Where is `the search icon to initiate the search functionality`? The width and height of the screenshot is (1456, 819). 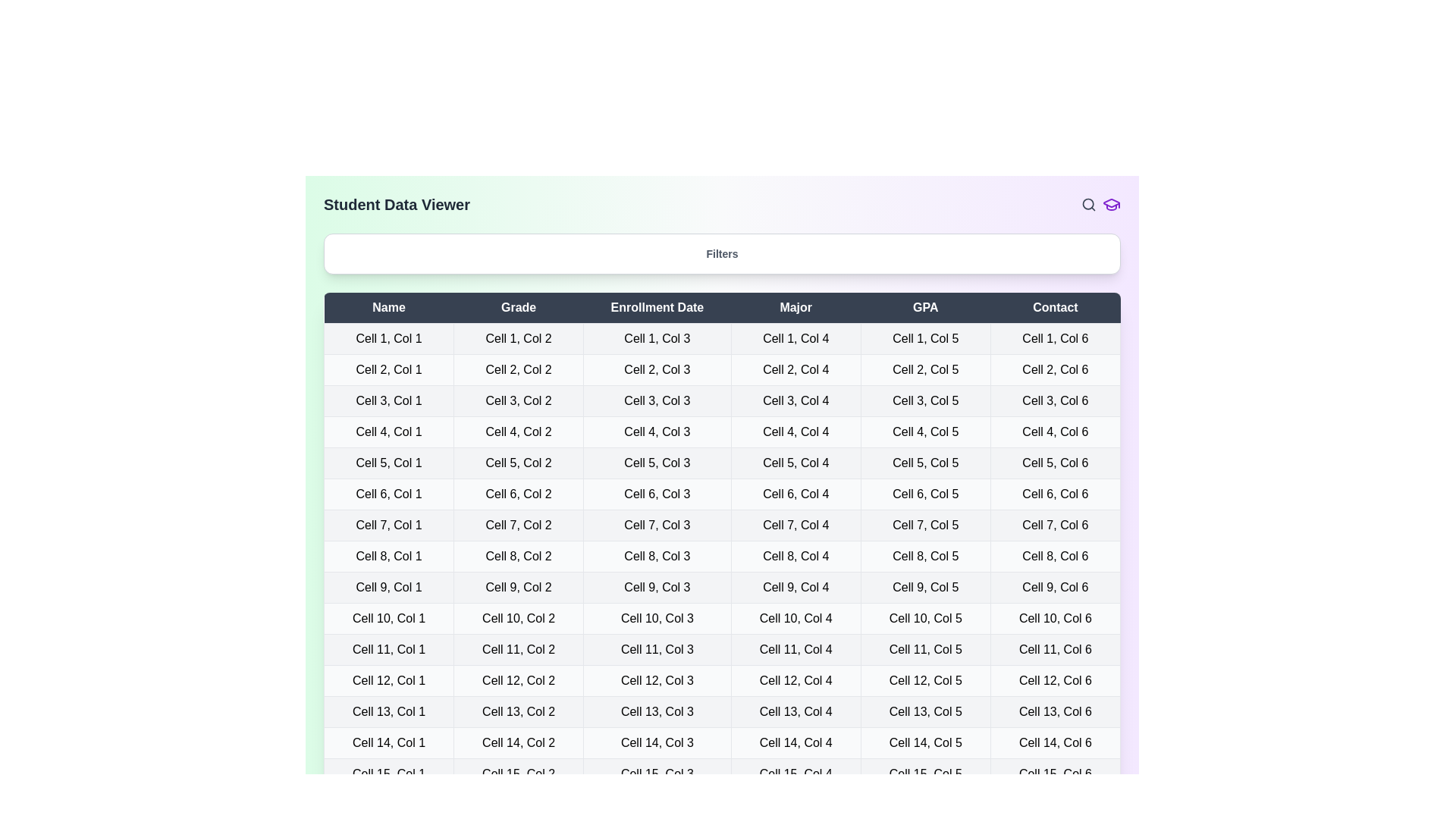 the search icon to initiate the search functionality is located at coordinates (1087, 205).